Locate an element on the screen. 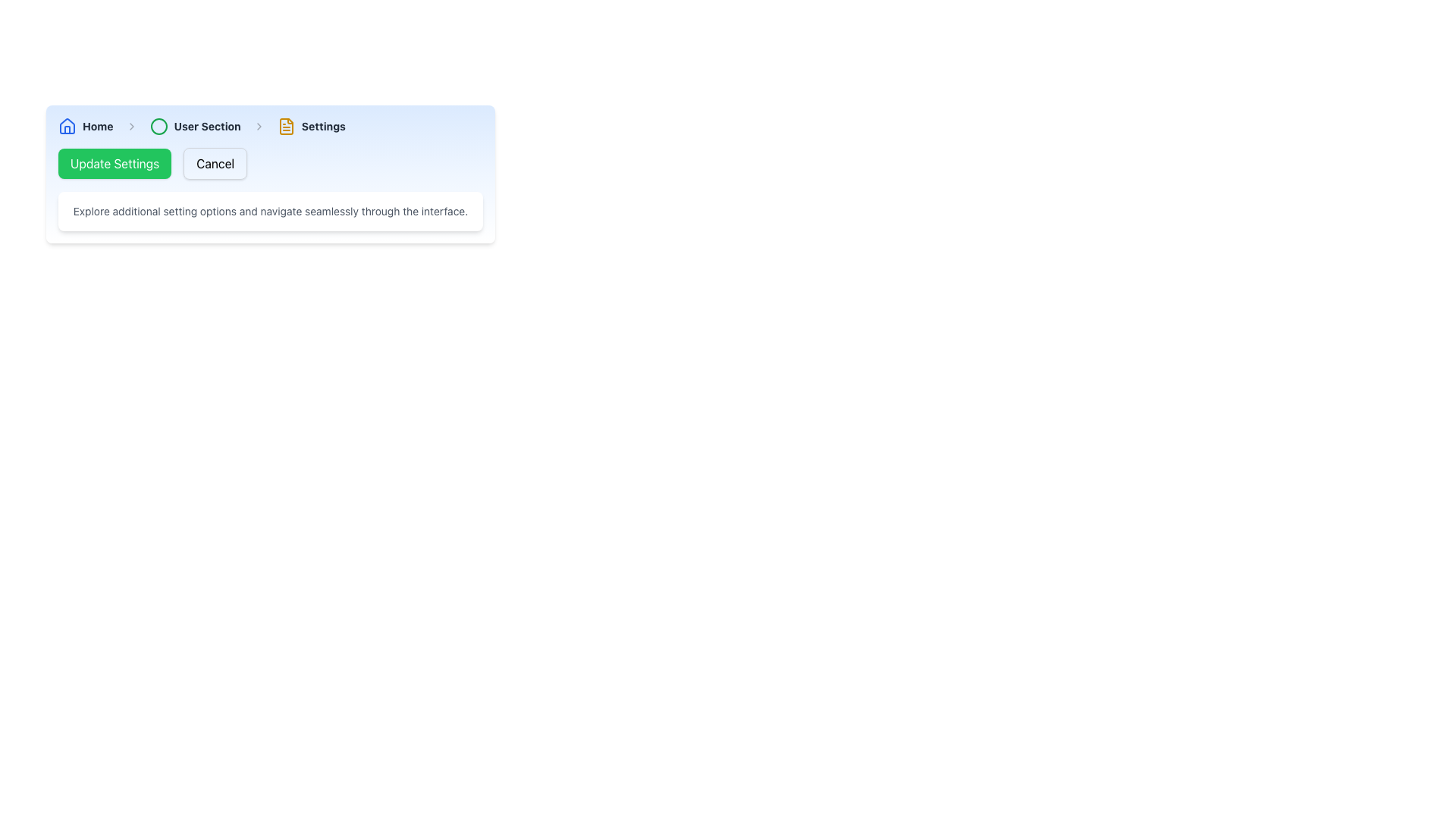  the Breadcrumb navigation item labeled 'Settings', which includes a yellow document icon and is the third item in the breadcrumb navigation bar is located at coordinates (310, 125).